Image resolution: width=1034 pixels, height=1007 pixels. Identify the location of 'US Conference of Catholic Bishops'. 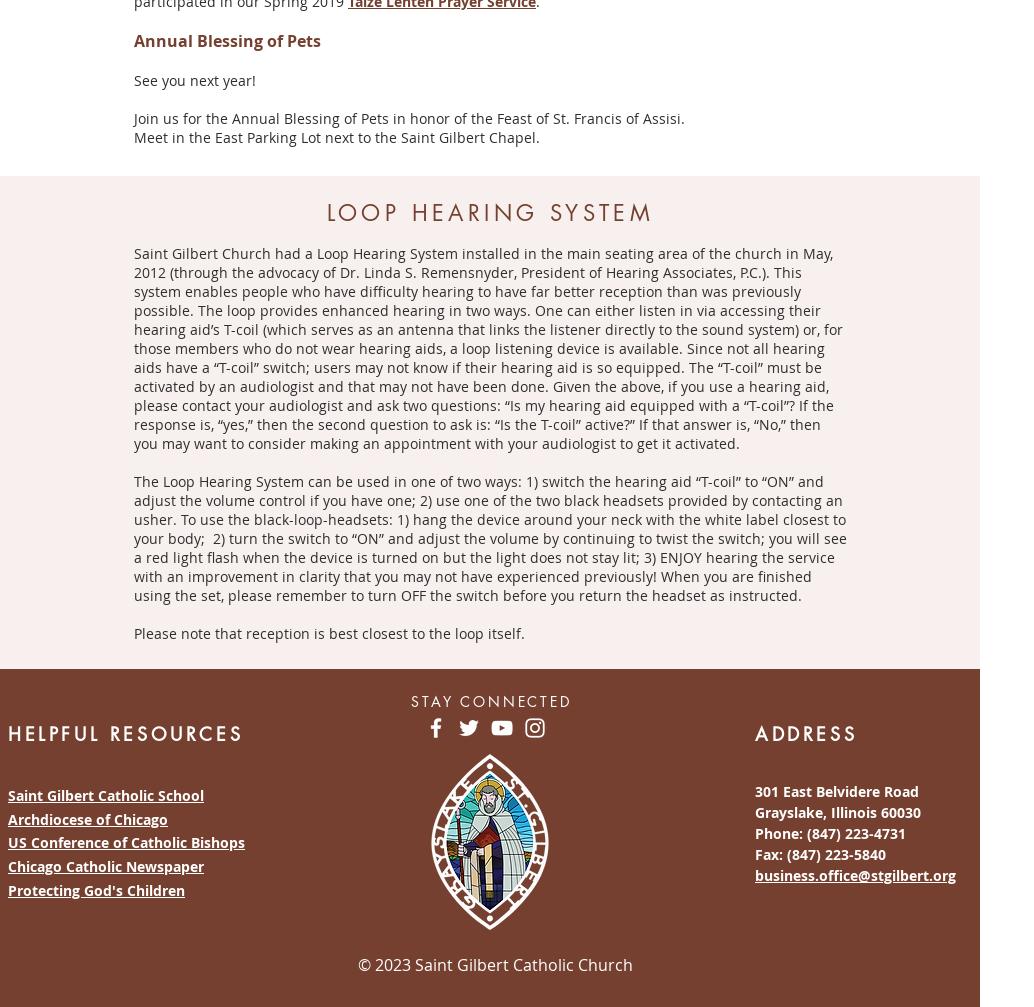
(126, 841).